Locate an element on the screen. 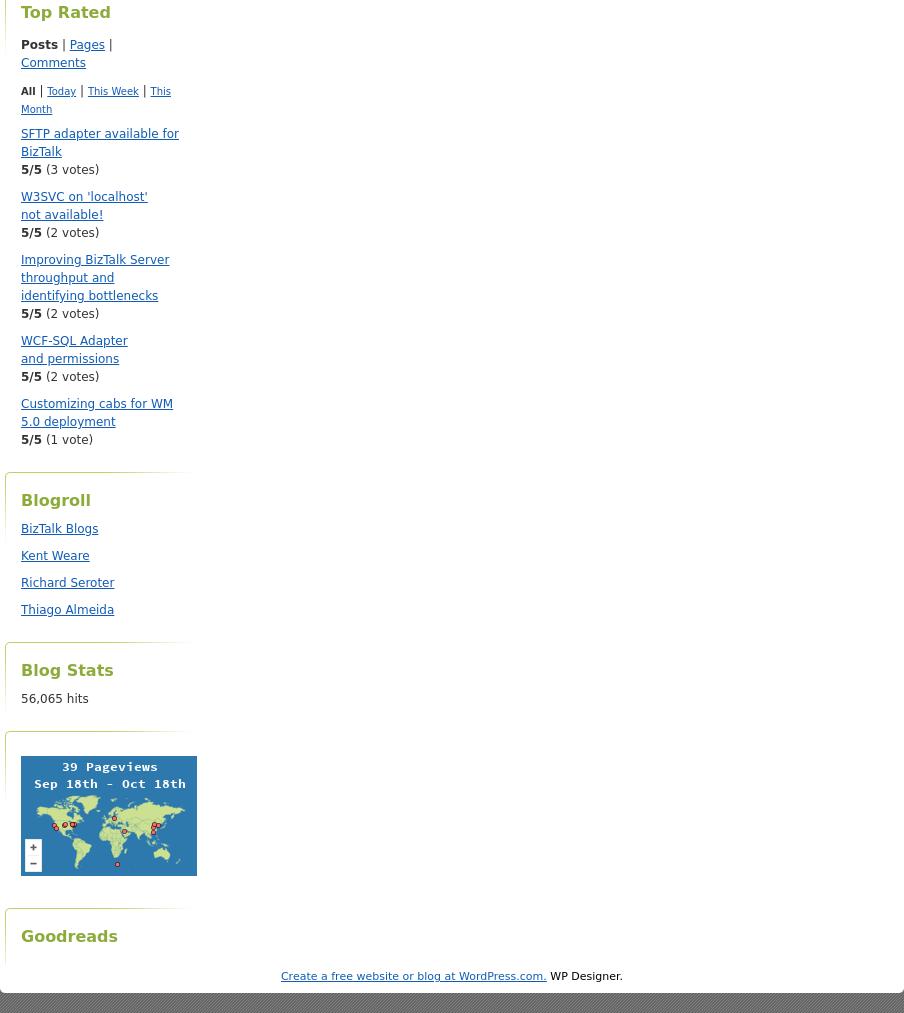 Image resolution: width=904 pixels, height=1013 pixels. 'Richard Seroter' is located at coordinates (67, 582).